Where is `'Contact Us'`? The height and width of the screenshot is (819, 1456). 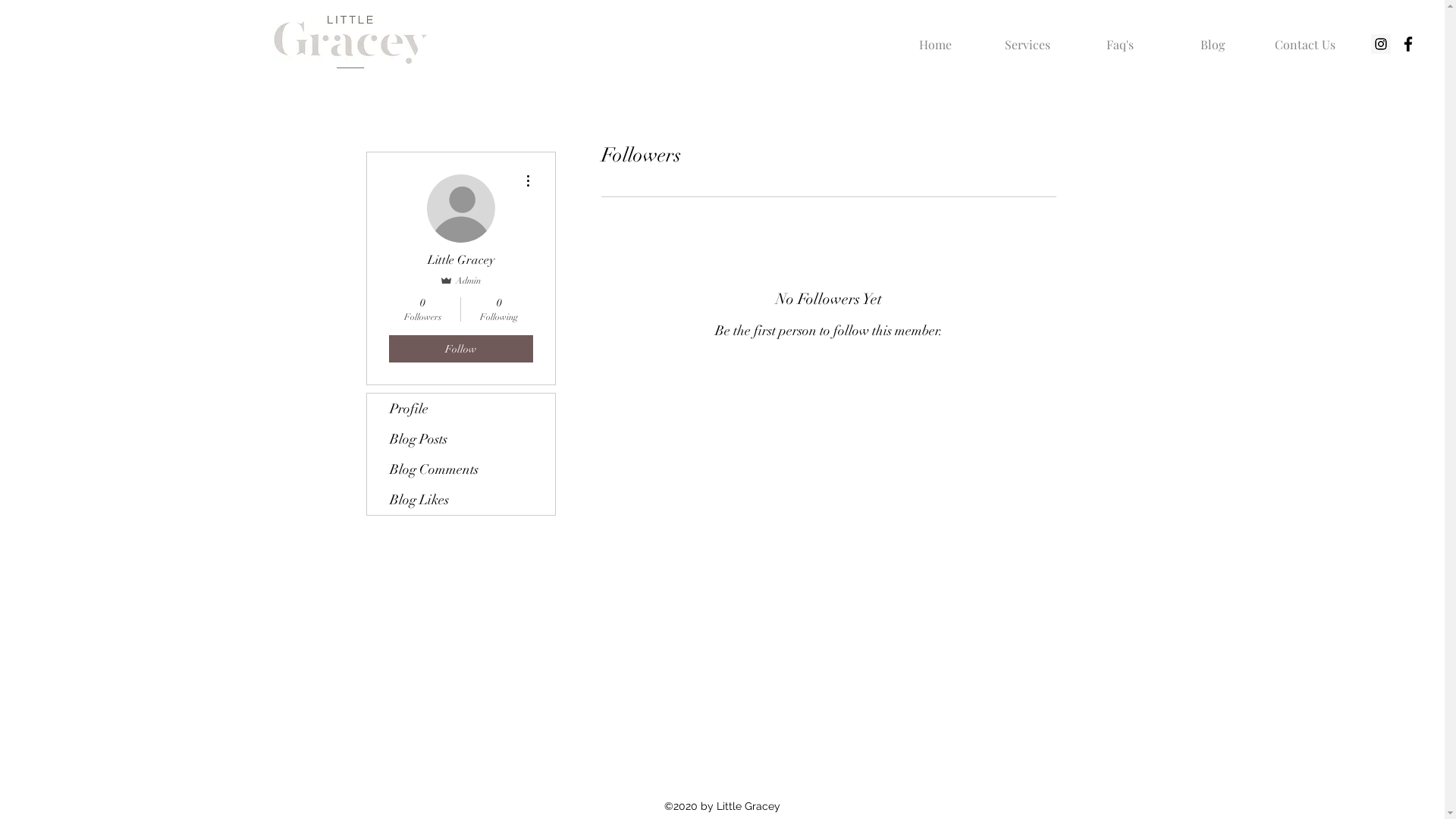
'Contact Us' is located at coordinates (1259, 37).